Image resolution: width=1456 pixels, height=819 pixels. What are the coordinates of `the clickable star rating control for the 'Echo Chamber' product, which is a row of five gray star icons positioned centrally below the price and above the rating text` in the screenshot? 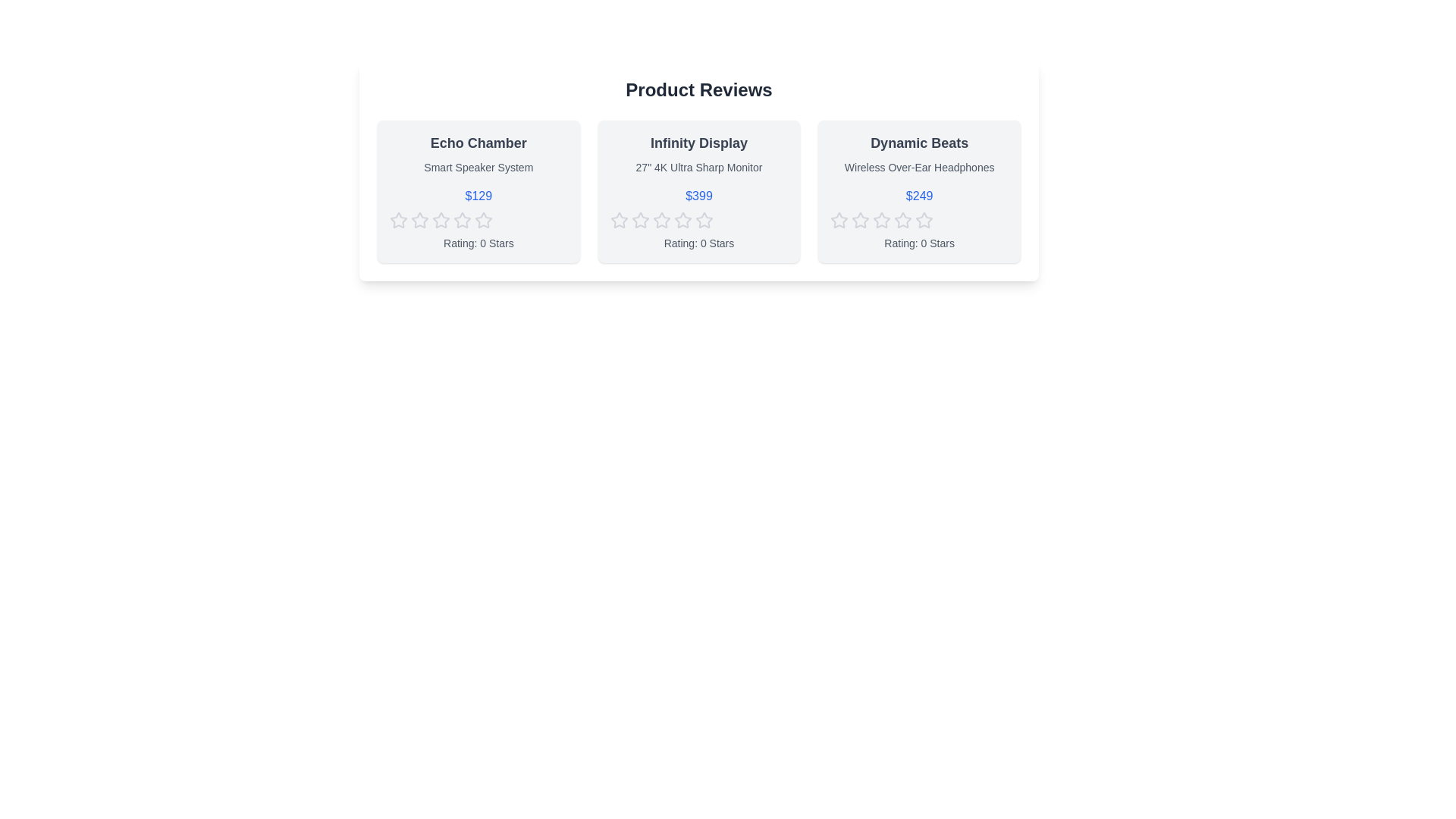 It's located at (478, 220).